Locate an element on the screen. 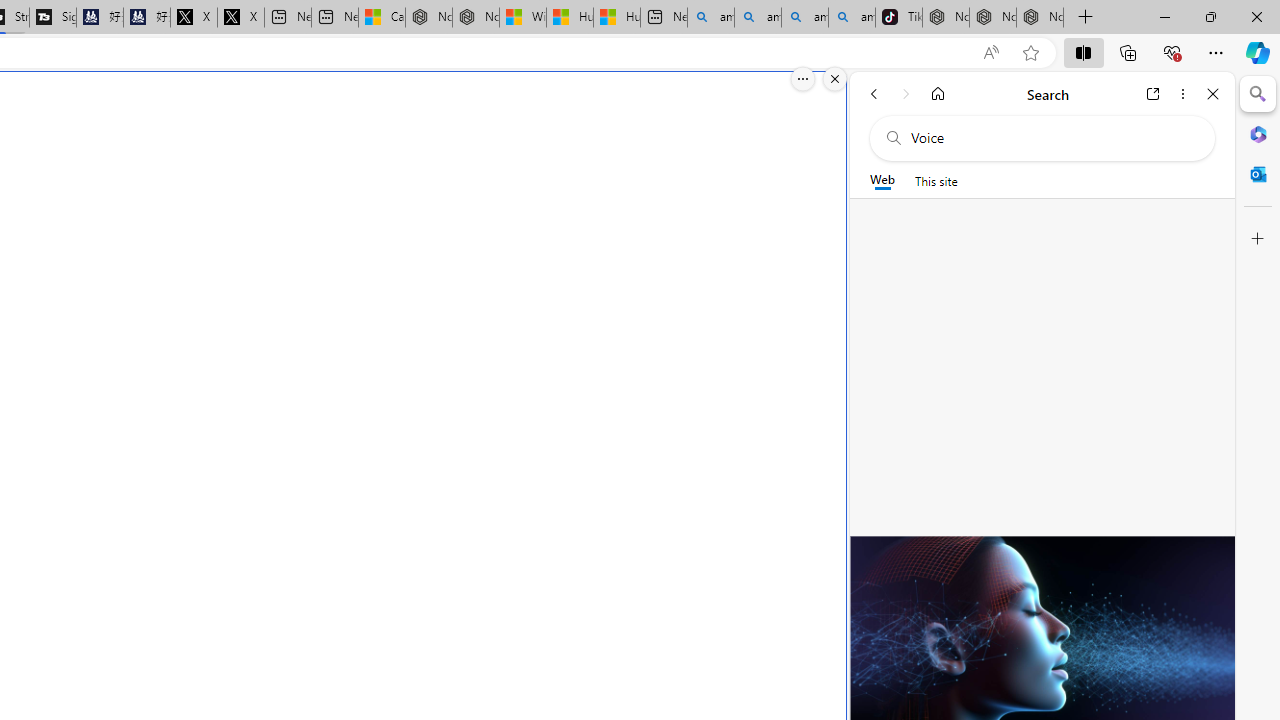  'Home' is located at coordinates (937, 93).